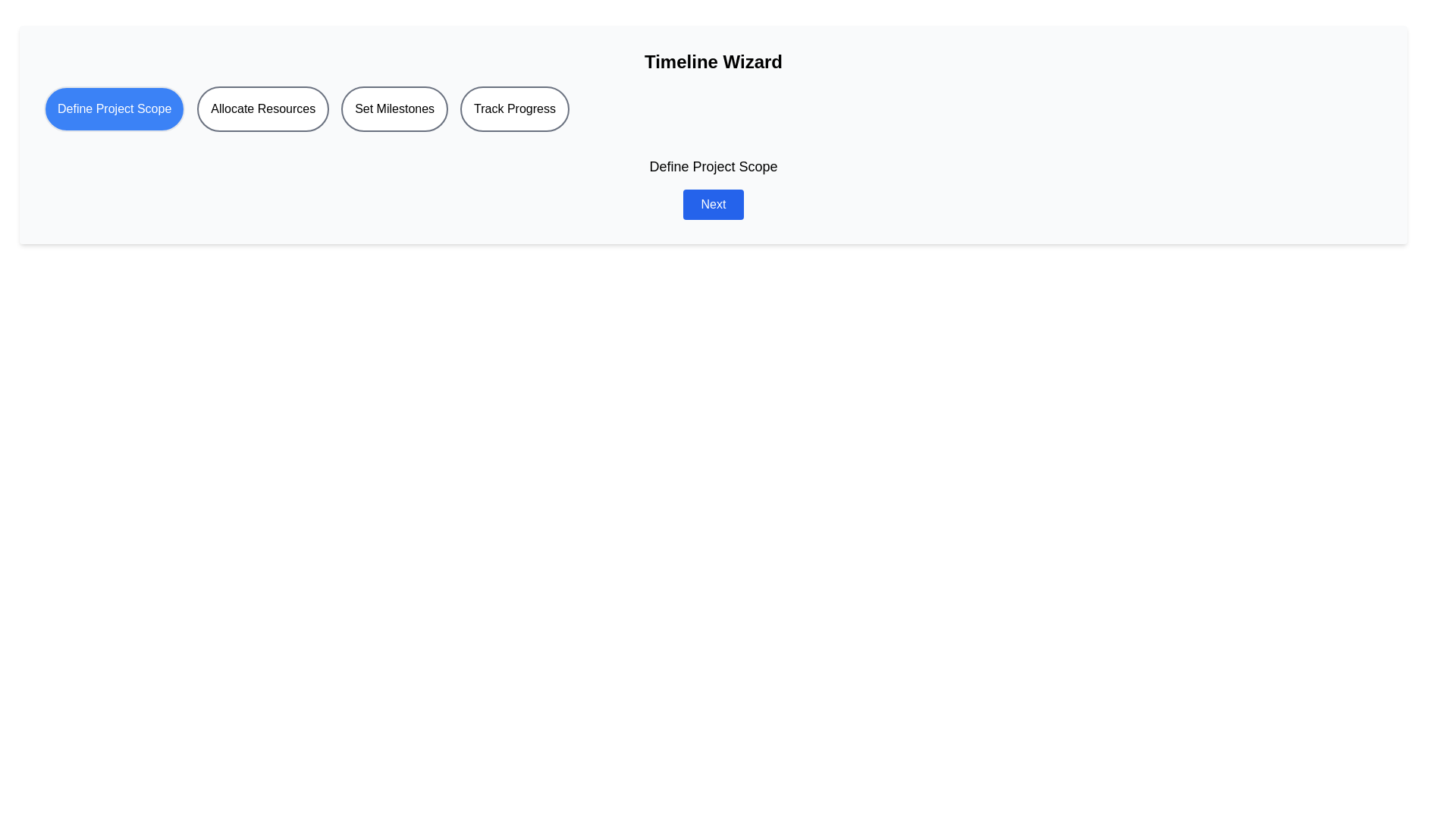 The width and height of the screenshot is (1456, 819). What do you see at coordinates (712, 205) in the screenshot?
I see `the 'Next' button to proceed to the next step` at bounding box center [712, 205].